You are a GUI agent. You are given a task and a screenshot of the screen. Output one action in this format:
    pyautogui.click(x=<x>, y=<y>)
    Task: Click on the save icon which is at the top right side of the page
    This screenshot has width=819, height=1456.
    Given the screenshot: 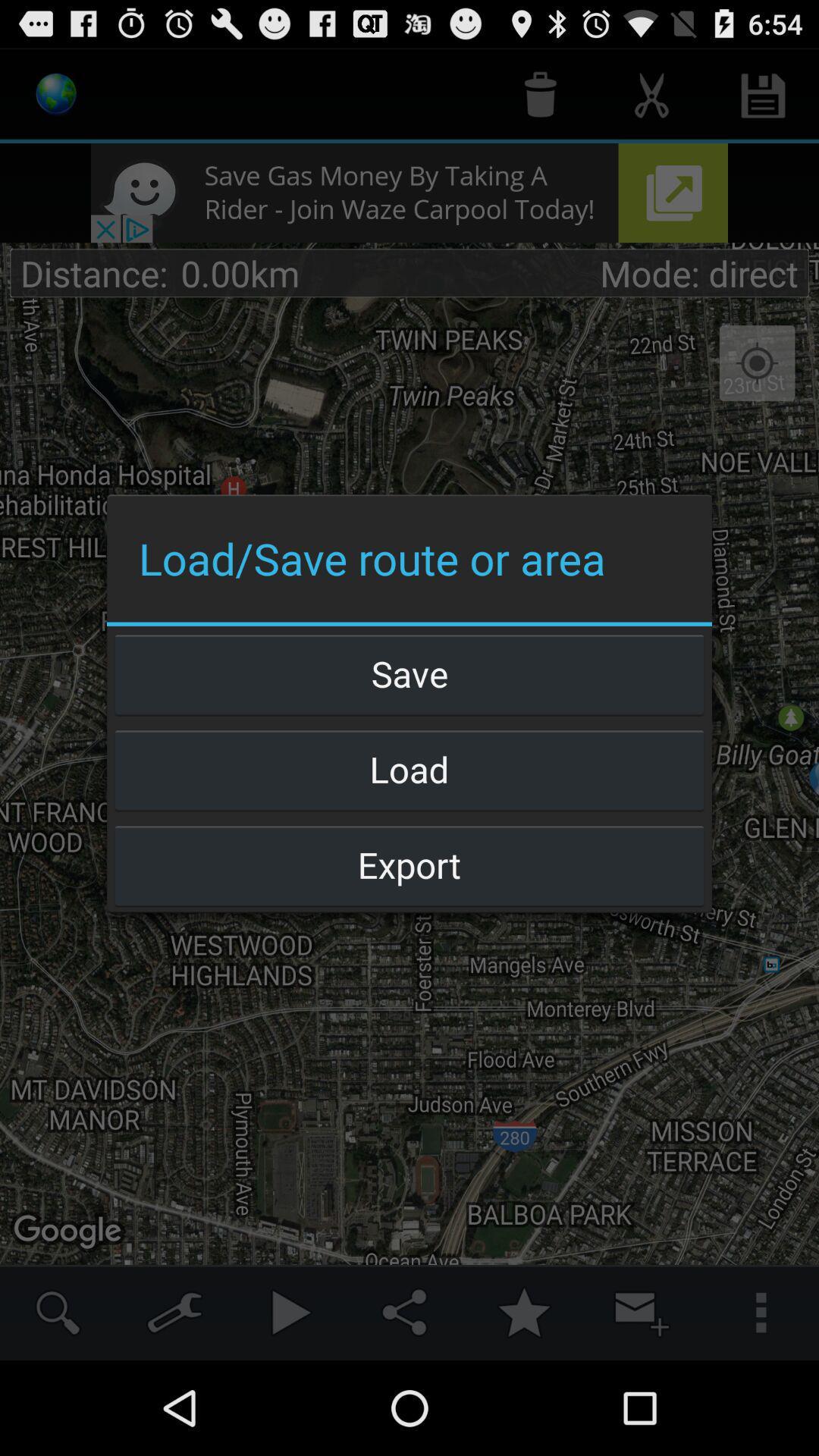 What is the action you would take?
    pyautogui.click(x=763, y=94)
    